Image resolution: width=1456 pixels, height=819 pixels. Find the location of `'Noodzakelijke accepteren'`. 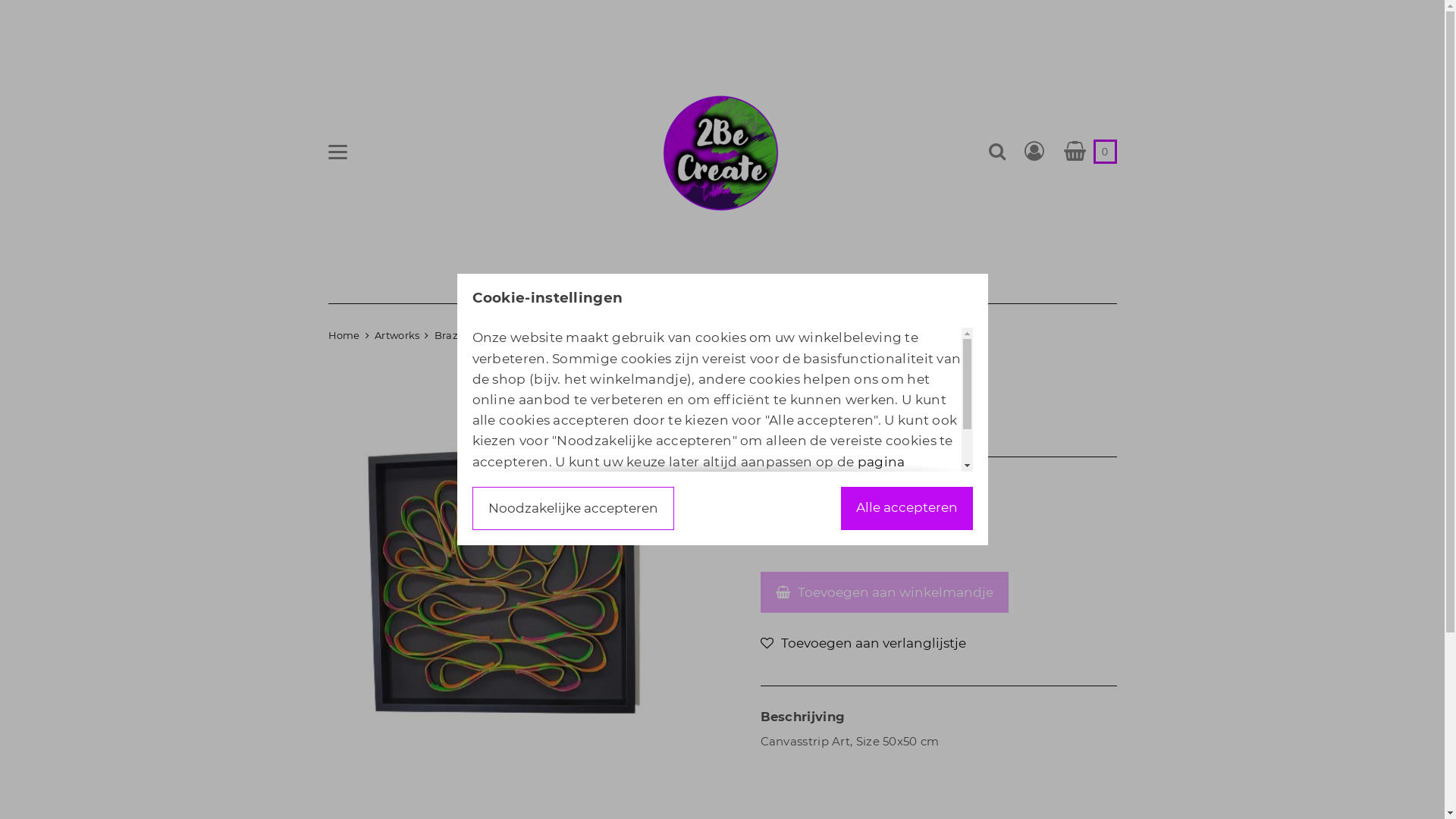

'Noodzakelijke accepteren' is located at coordinates (471, 508).